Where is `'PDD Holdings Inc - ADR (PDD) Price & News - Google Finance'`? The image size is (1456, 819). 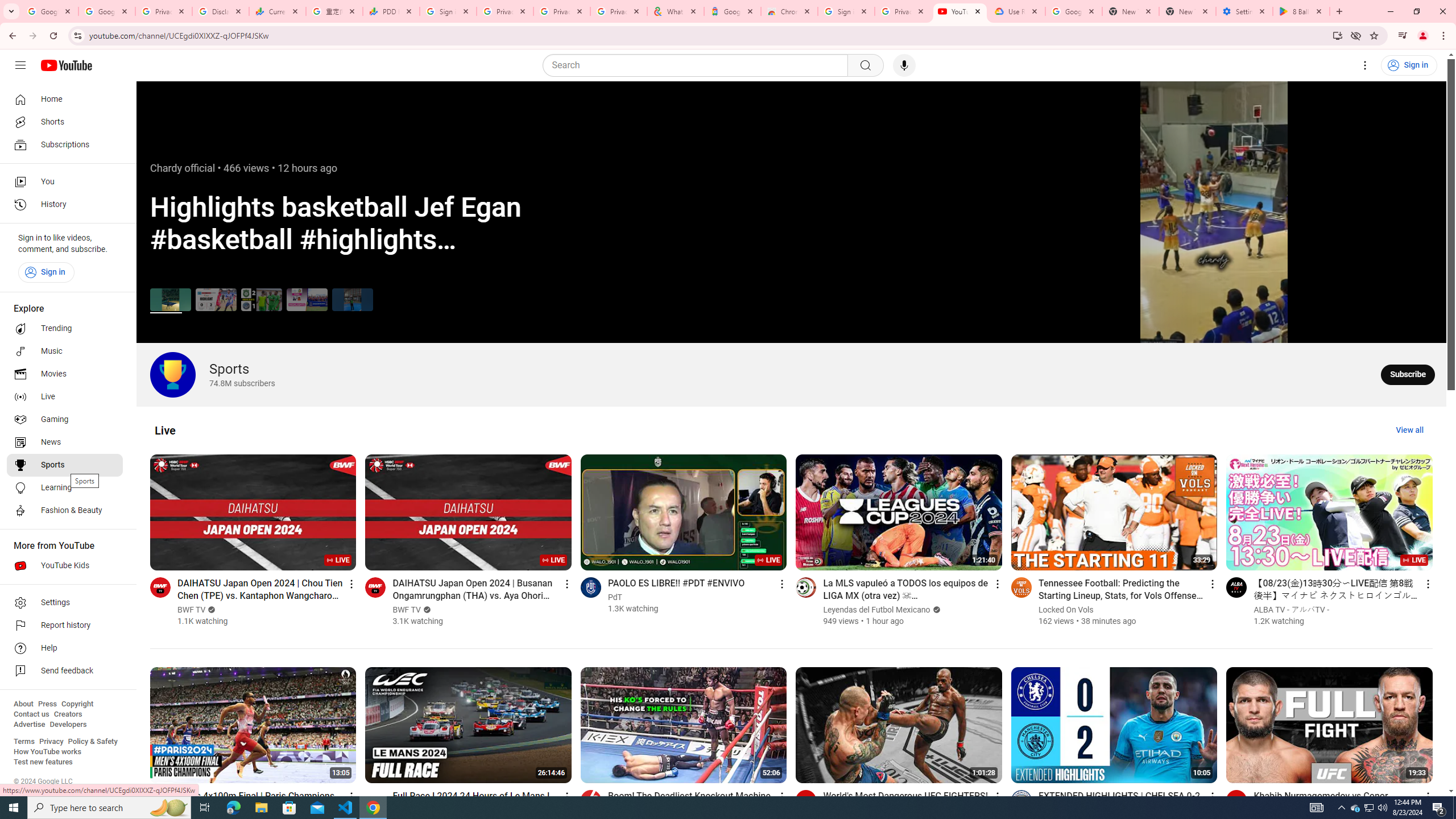 'PDD Holdings Inc - ADR (PDD) Price & News - Google Finance' is located at coordinates (391, 11).